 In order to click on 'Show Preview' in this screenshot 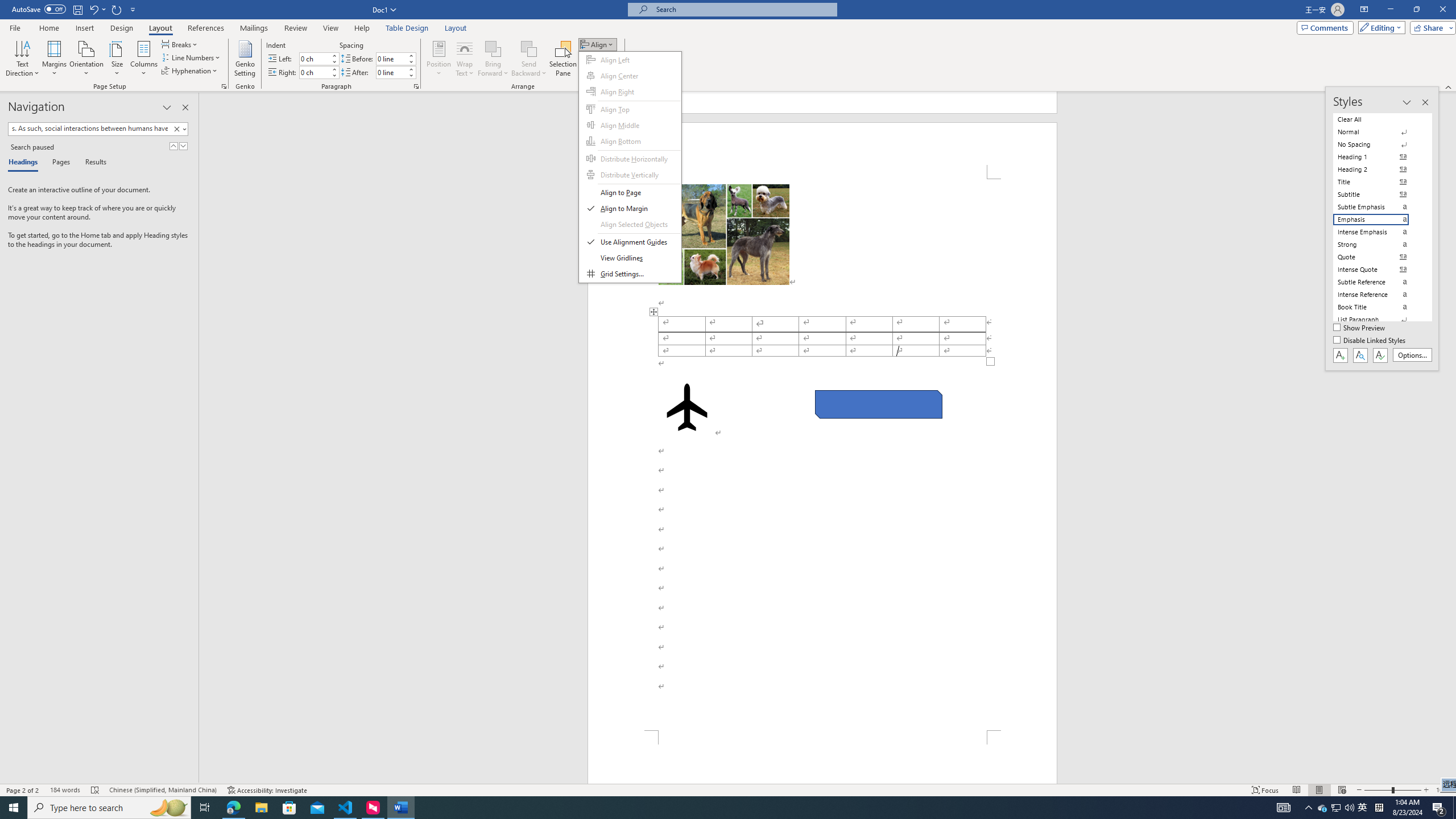, I will do `click(1360, 328)`.